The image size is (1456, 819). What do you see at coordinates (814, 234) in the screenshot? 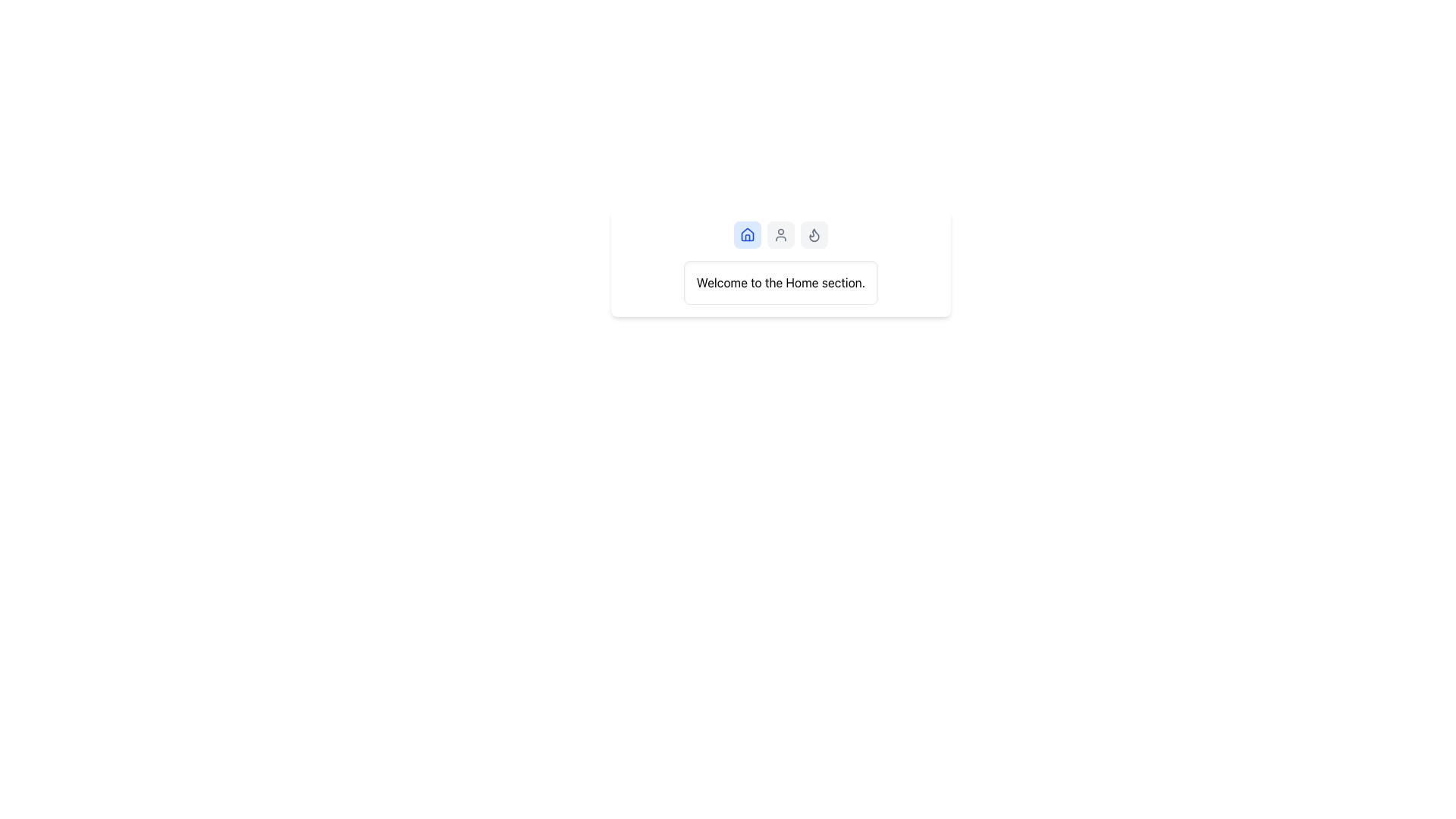
I see `the flame-shaped icon located in the rightmost position of a row of four icons near the top of a card component` at bounding box center [814, 234].